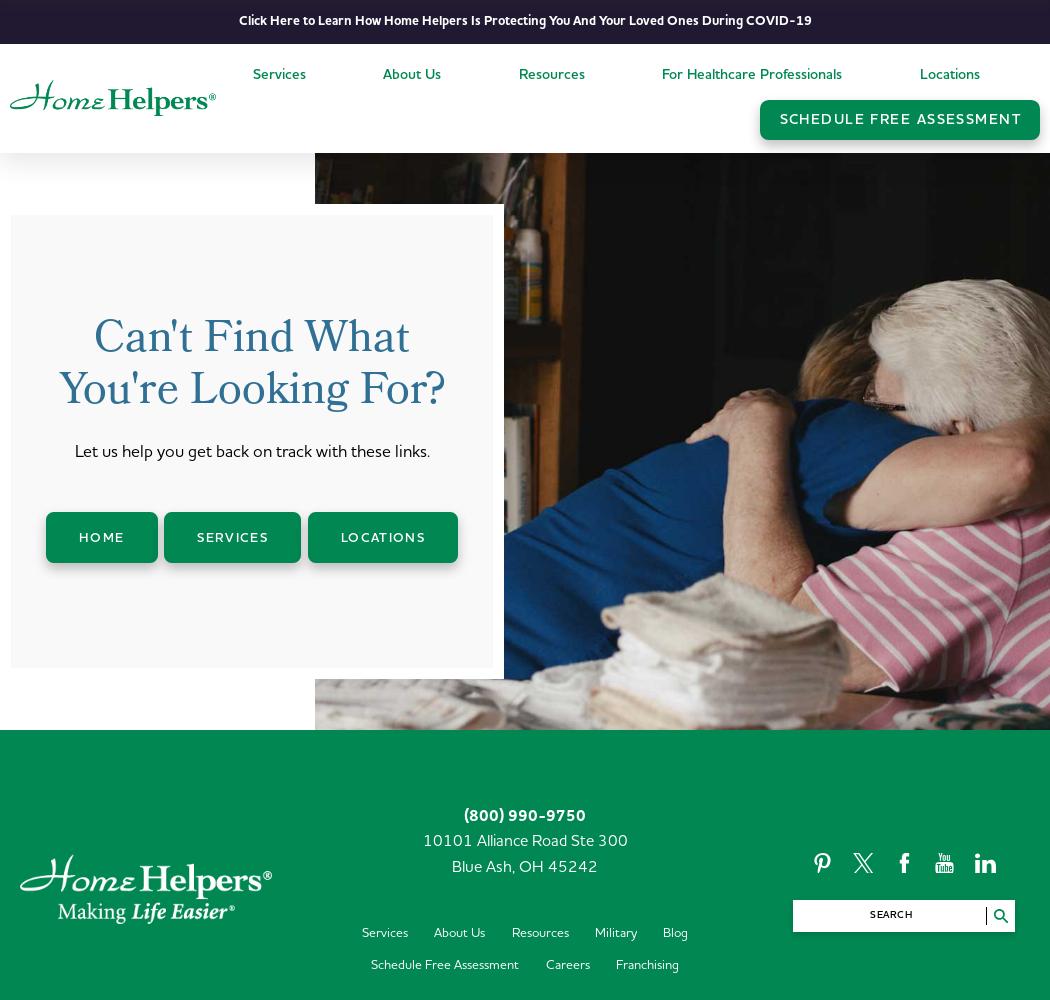  Describe the element at coordinates (452, 243) in the screenshot. I see `'Awards & Recognition'` at that location.